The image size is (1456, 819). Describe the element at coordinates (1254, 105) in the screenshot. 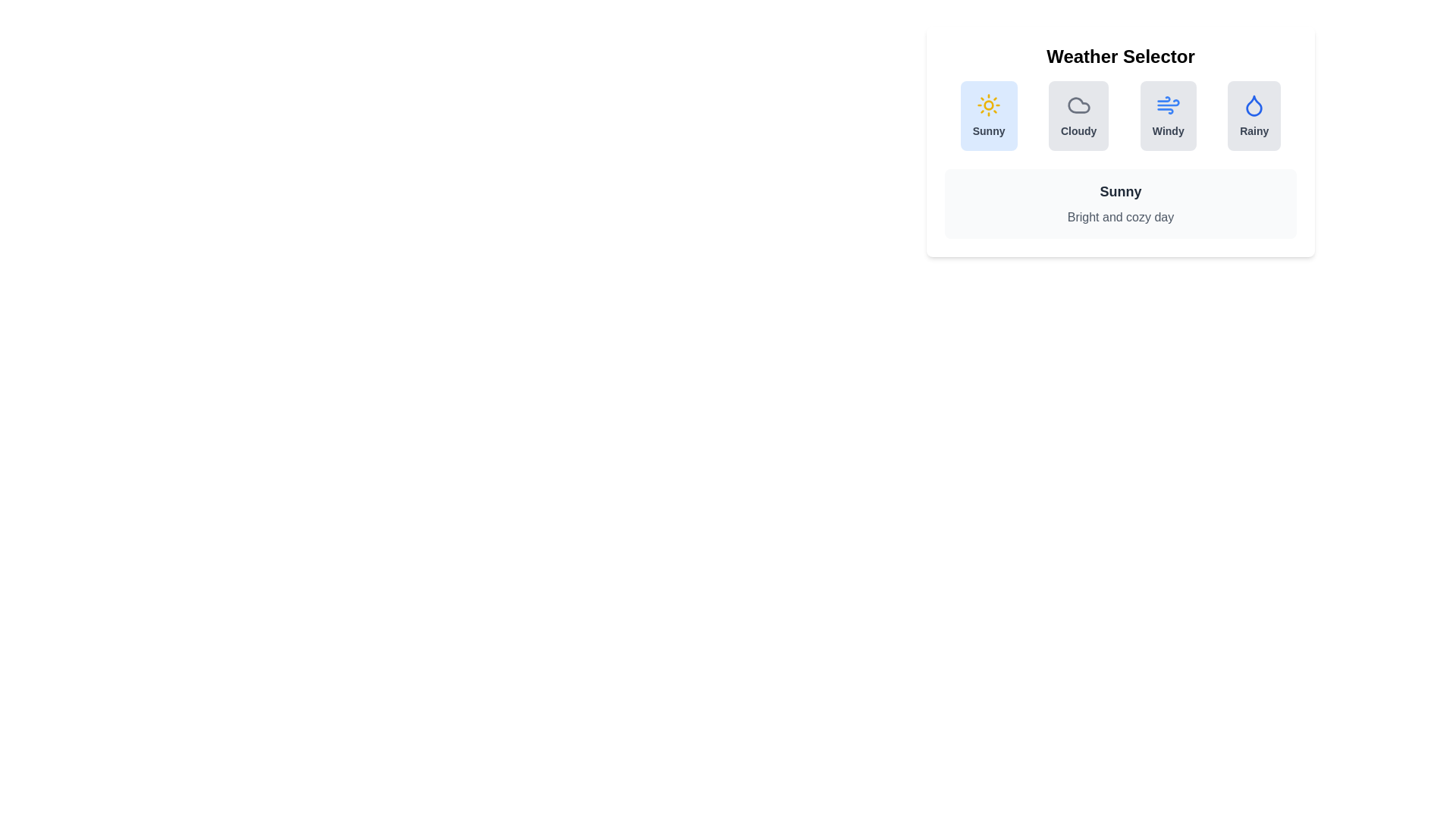

I see `the 'Rainy' weather icon, which is the fourth weather icon in the row below the 'Weather Selector' heading` at that location.